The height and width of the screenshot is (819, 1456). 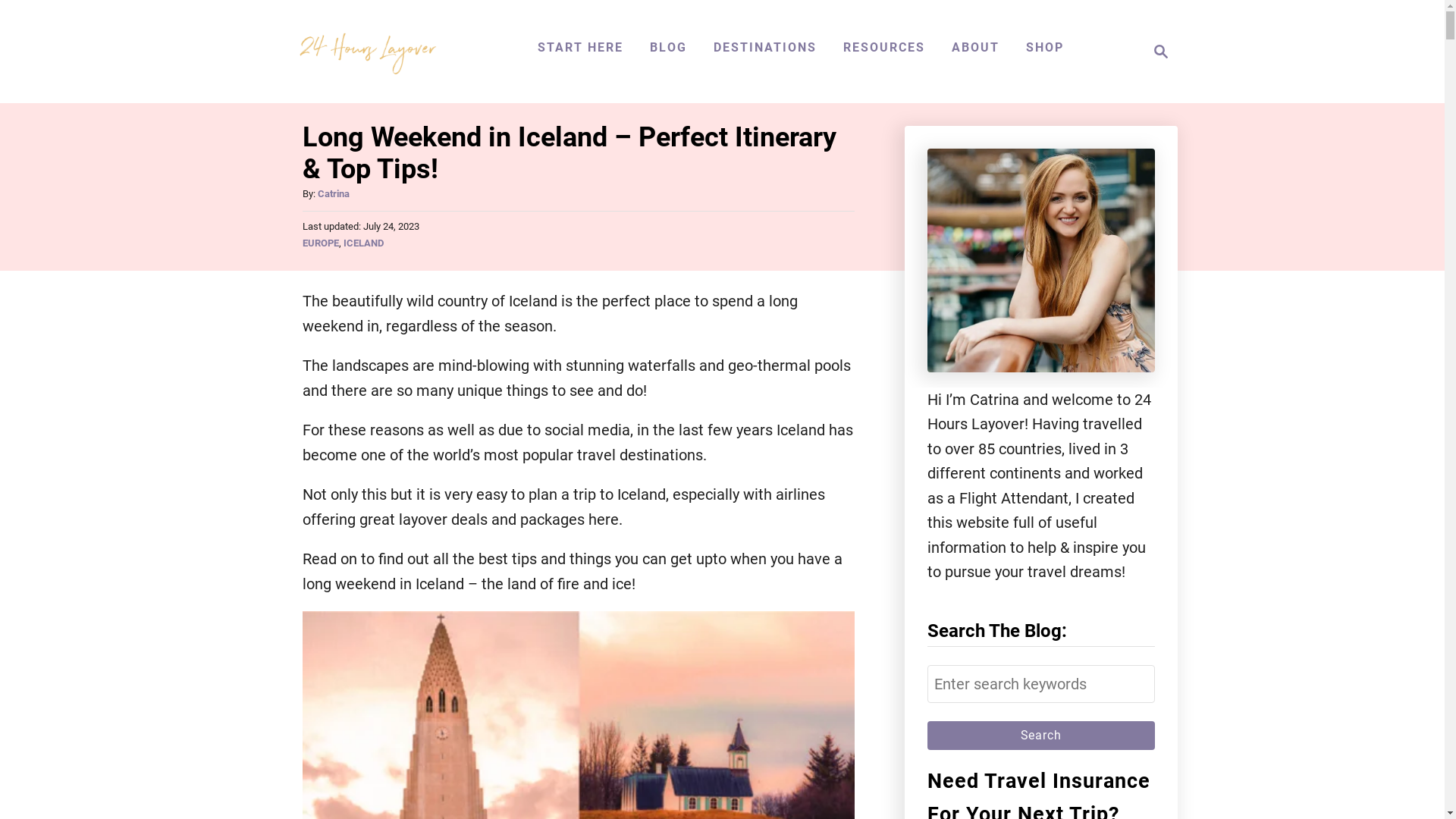 What do you see at coordinates (341, 242) in the screenshot?
I see `'ICELAND'` at bounding box center [341, 242].